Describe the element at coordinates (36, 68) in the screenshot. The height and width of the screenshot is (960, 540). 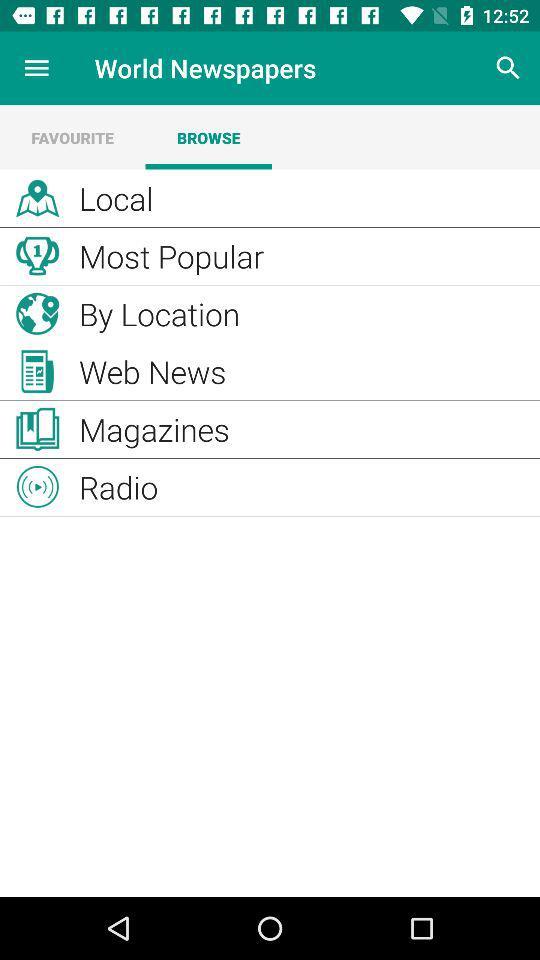
I see `the icon to the left of world newspapers` at that location.